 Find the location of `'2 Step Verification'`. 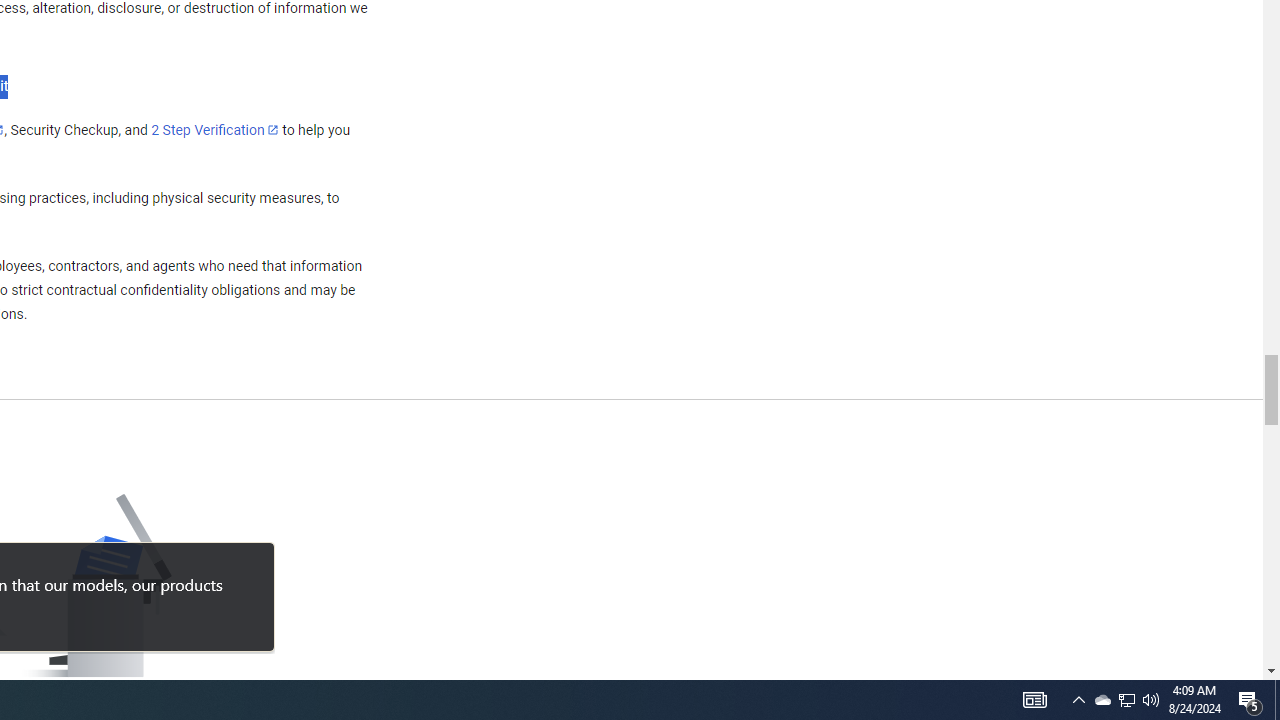

'2 Step Verification' is located at coordinates (215, 129).